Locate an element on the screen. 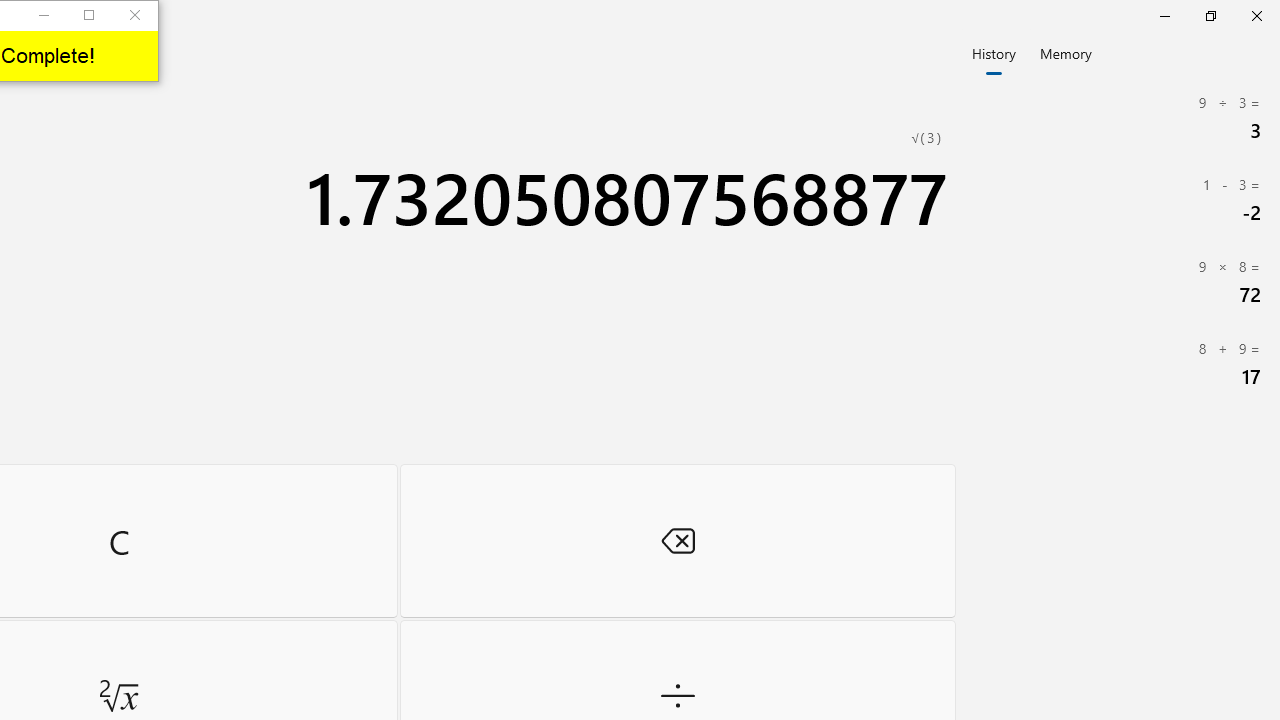 The image size is (1280, 720). '1 Minus ( 3= Minus (2' is located at coordinates (1120, 200).